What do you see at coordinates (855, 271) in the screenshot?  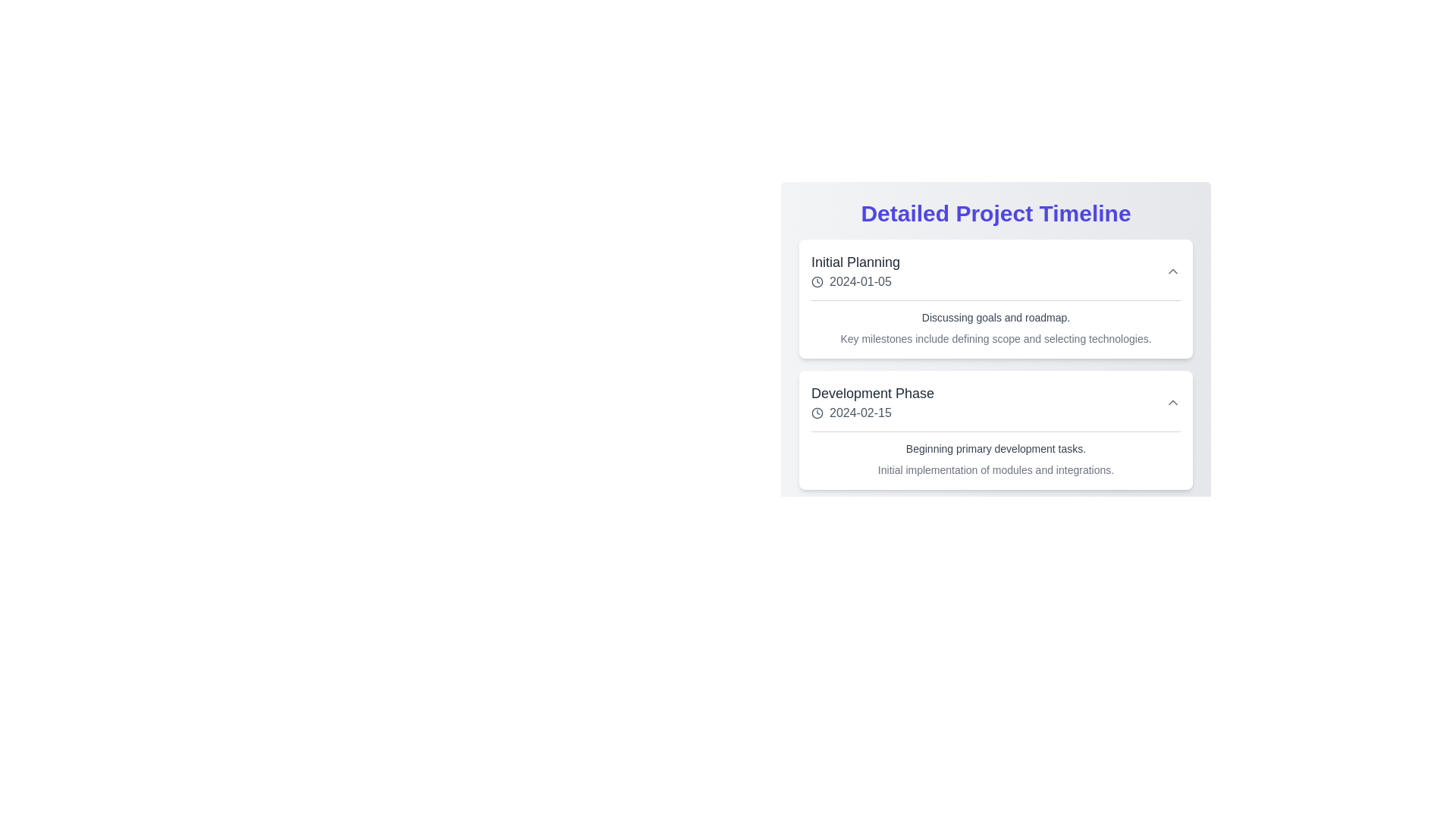 I see `the 'Initial Planning' textual block at the top-left corner of the project phases list` at bounding box center [855, 271].